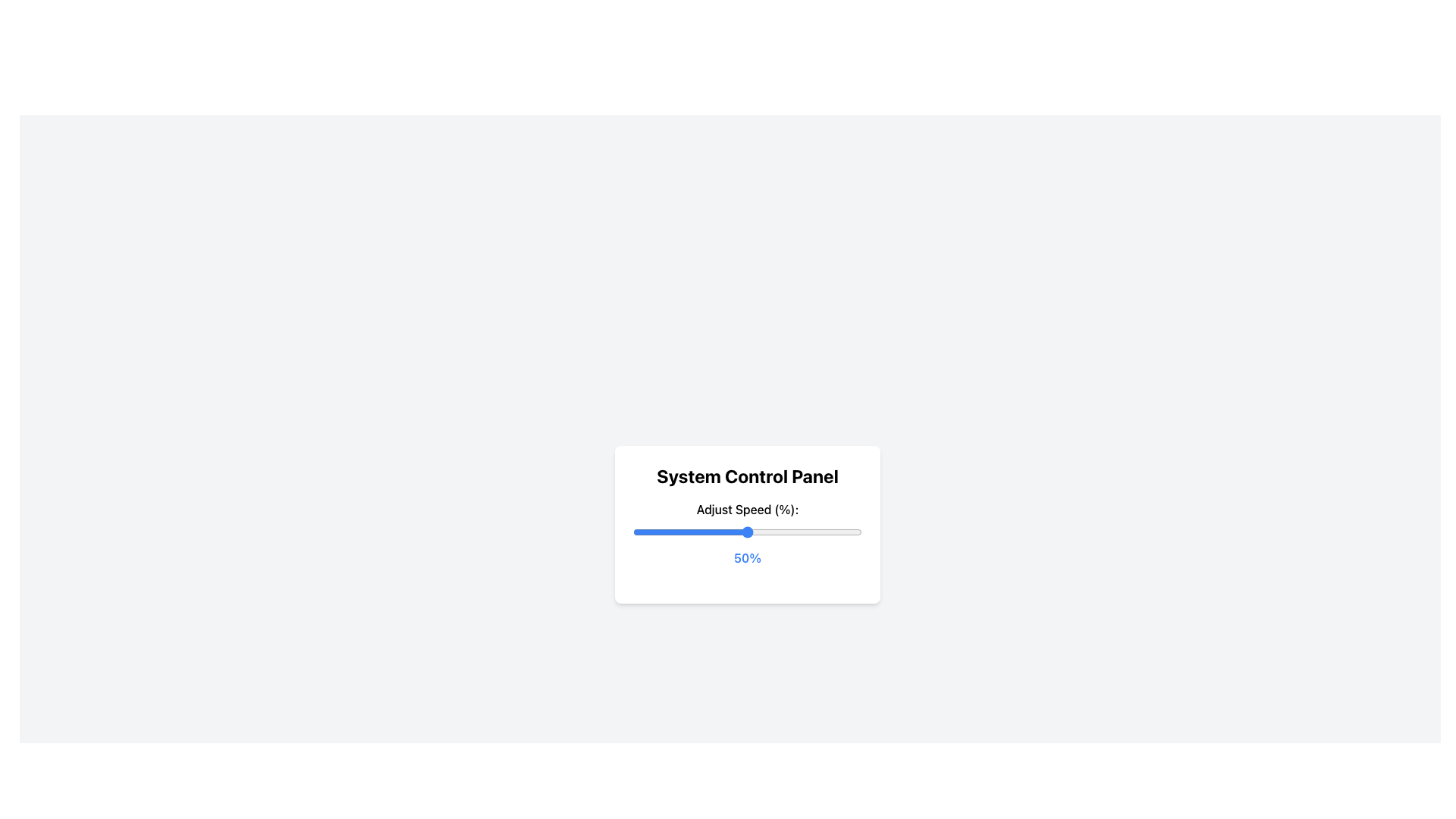 The height and width of the screenshot is (819, 1456). Describe the element at coordinates (663, 532) in the screenshot. I see `the speed adjustment slider` at that location.